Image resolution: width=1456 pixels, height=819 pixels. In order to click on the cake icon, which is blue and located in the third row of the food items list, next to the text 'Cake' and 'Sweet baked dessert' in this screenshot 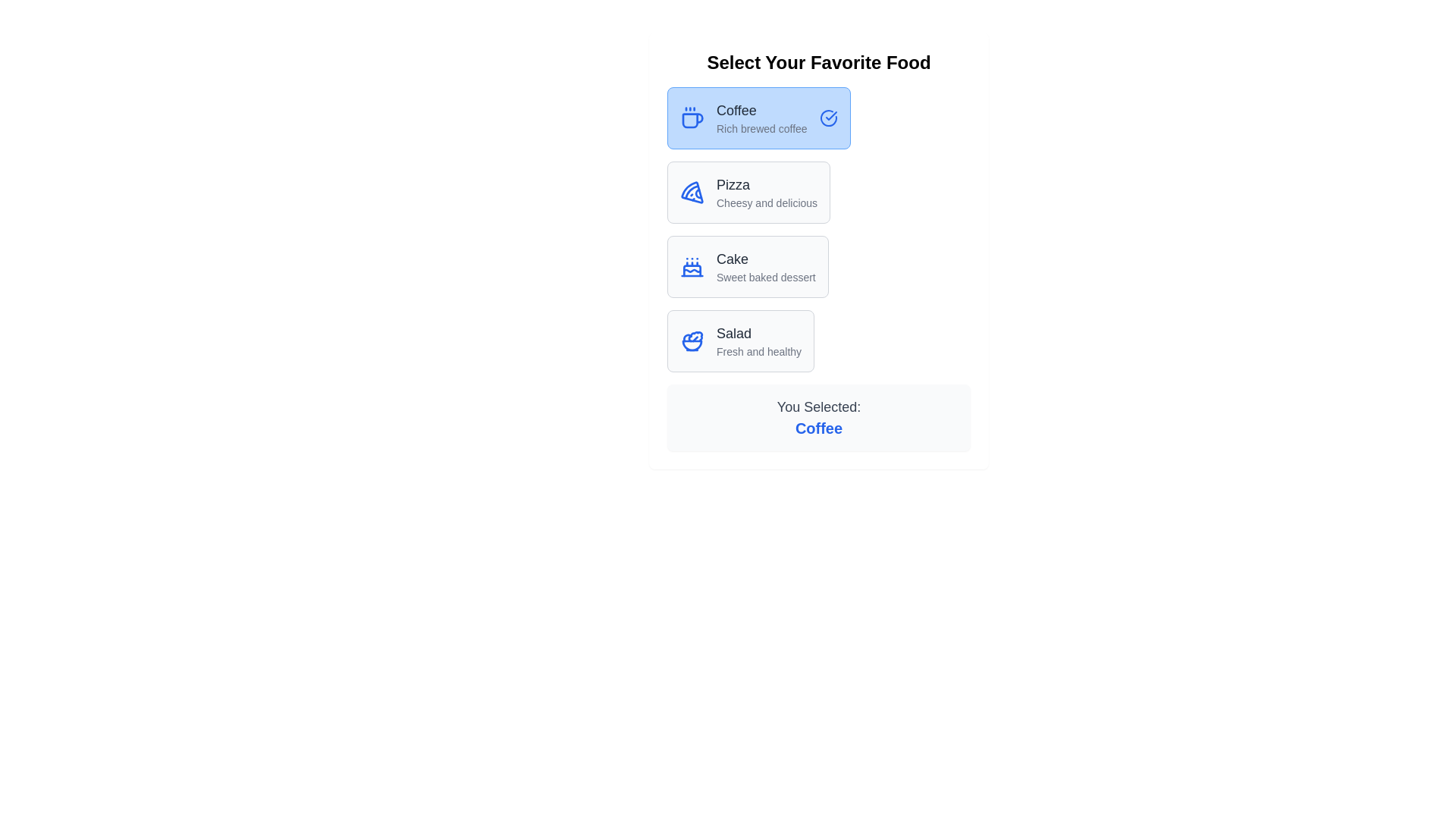, I will do `click(691, 265)`.